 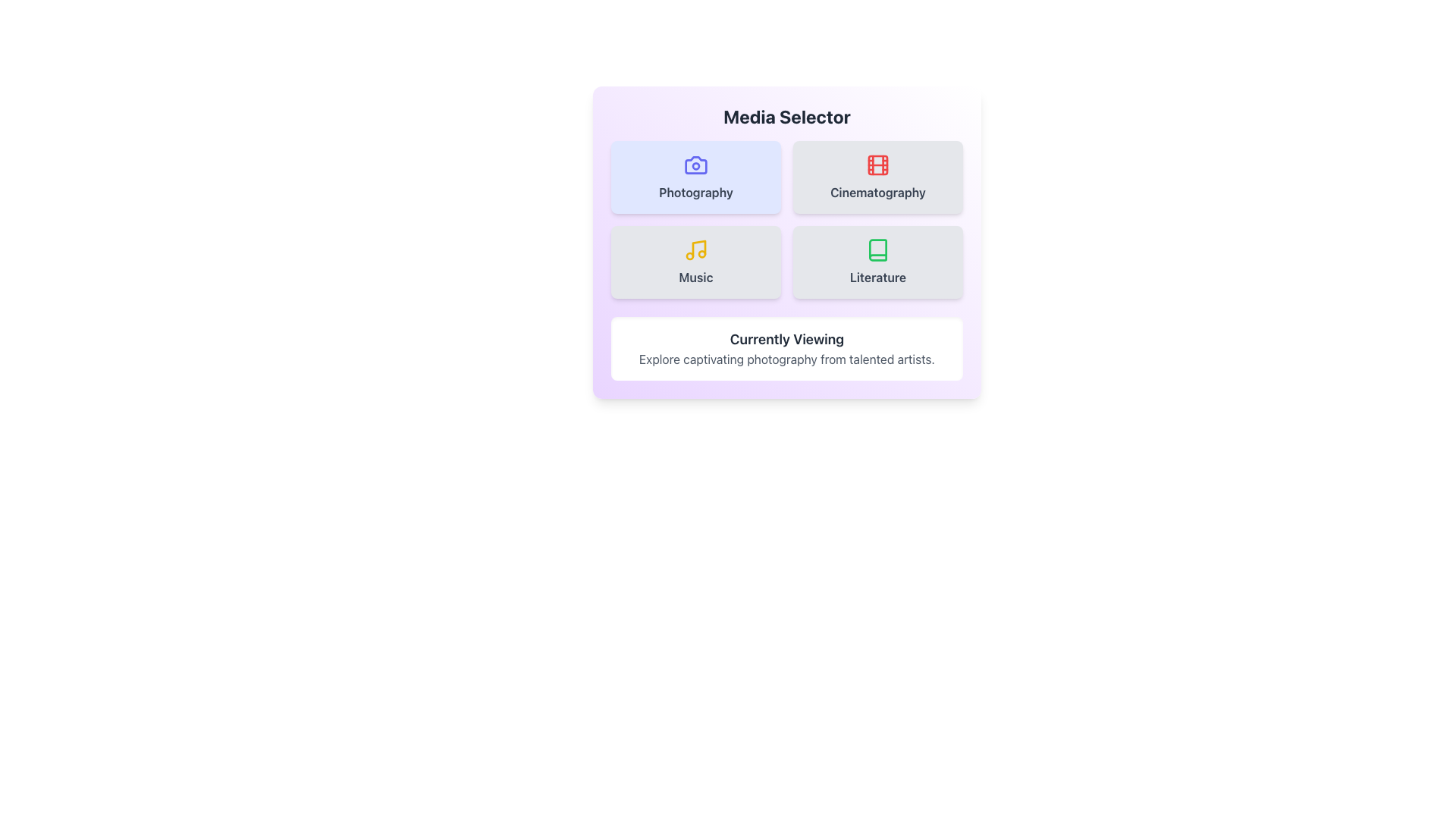 What do you see at coordinates (877, 278) in the screenshot?
I see `the static text label reading 'Literature', which is in bold font and grayish-black color, located in the bottom-right section of a grid of selectable options` at bounding box center [877, 278].